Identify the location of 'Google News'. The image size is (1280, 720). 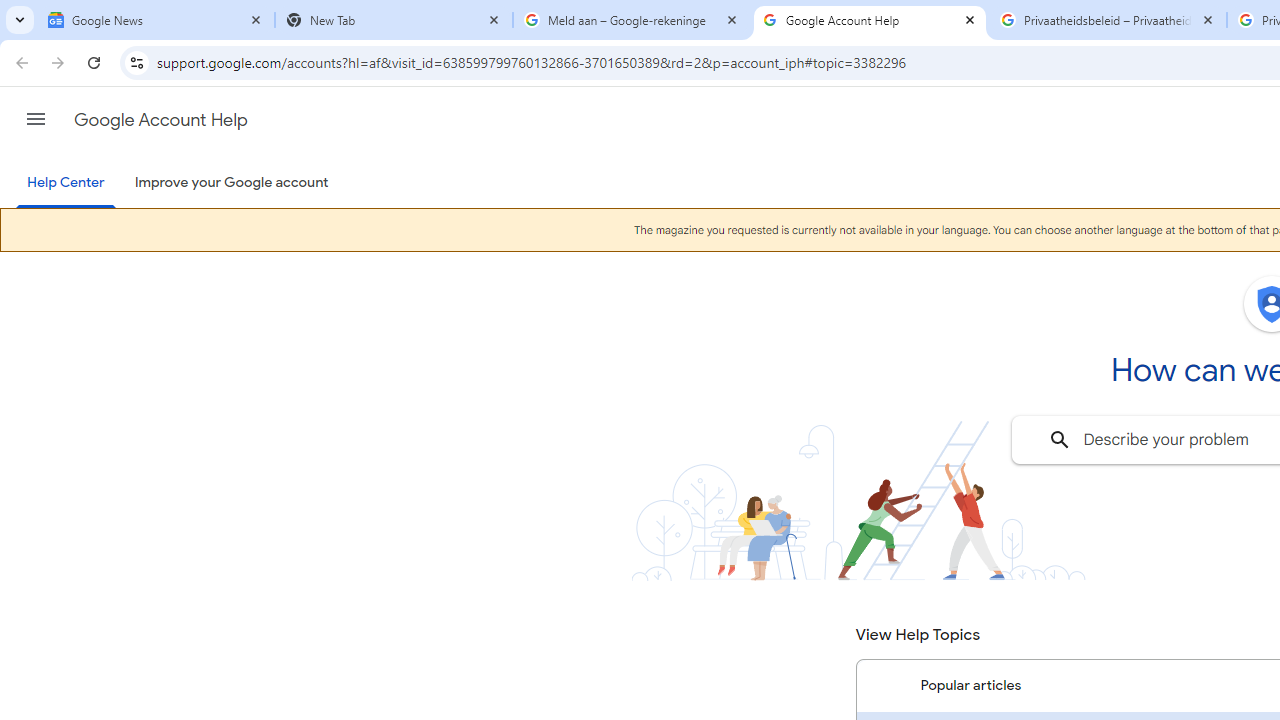
(155, 20).